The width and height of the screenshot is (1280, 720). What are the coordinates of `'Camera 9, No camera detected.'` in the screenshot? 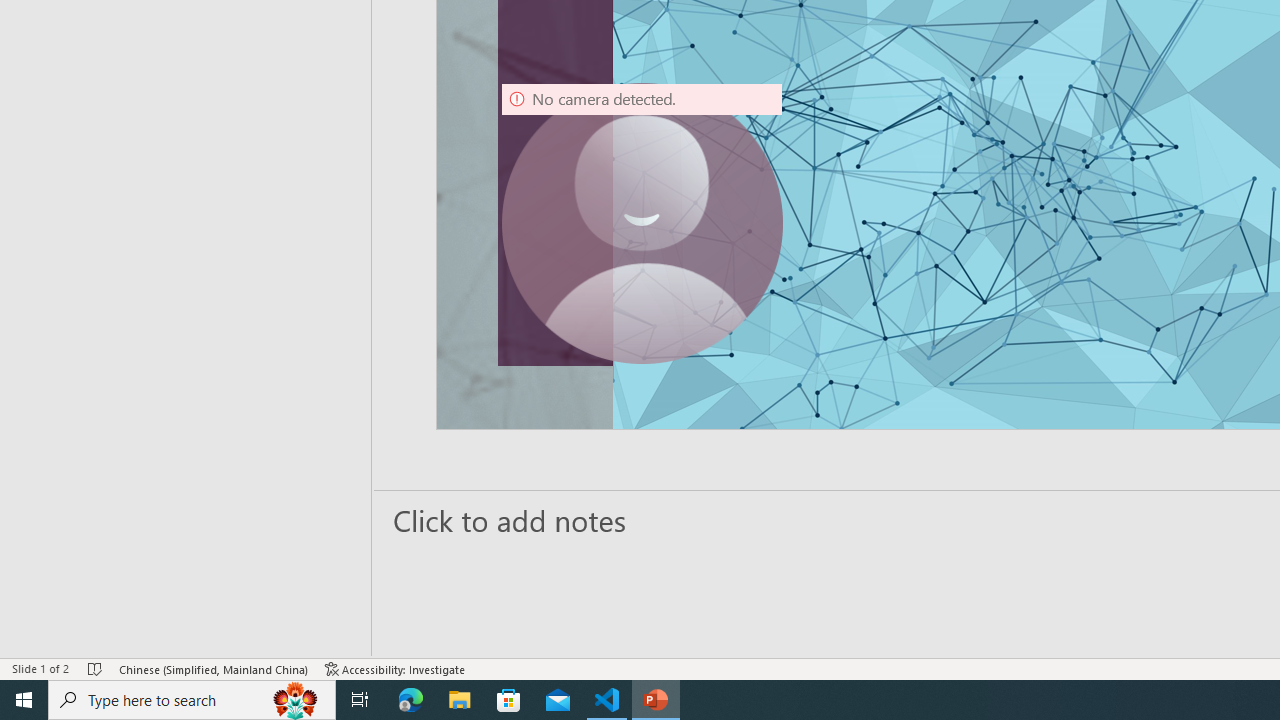 It's located at (641, 223).